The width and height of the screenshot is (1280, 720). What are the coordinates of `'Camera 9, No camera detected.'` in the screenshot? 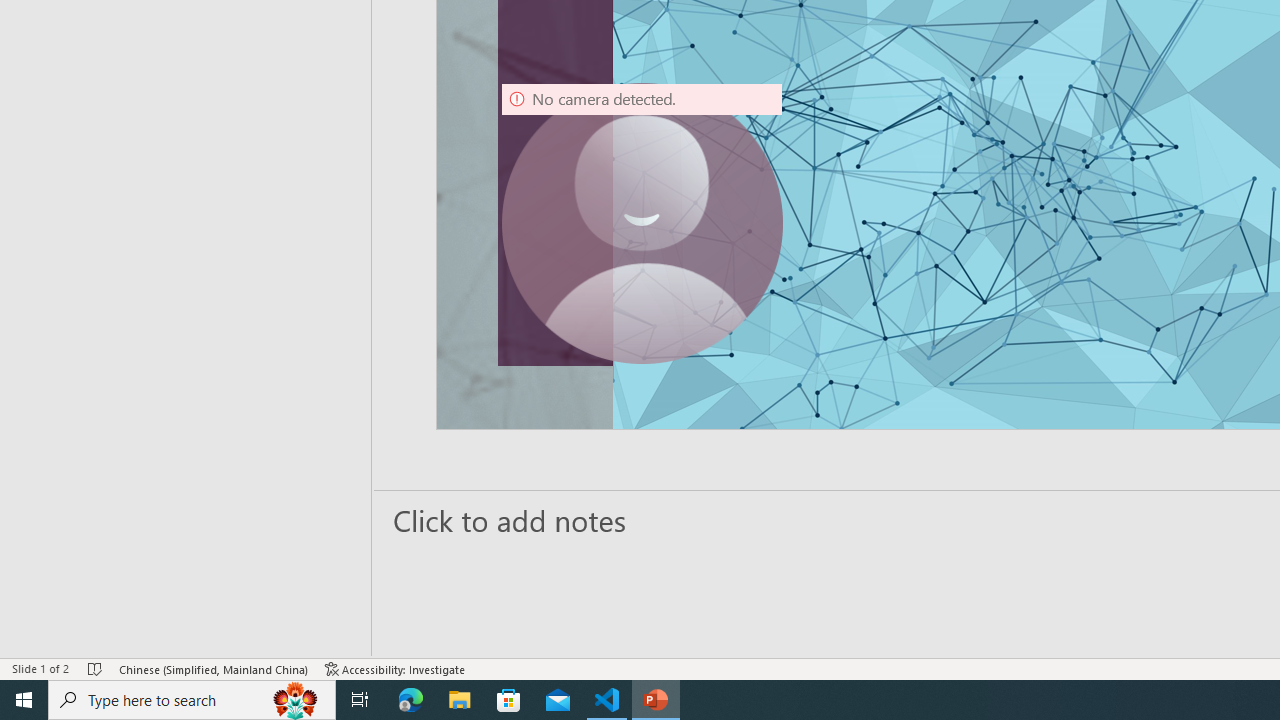 It's located at (641, 223).